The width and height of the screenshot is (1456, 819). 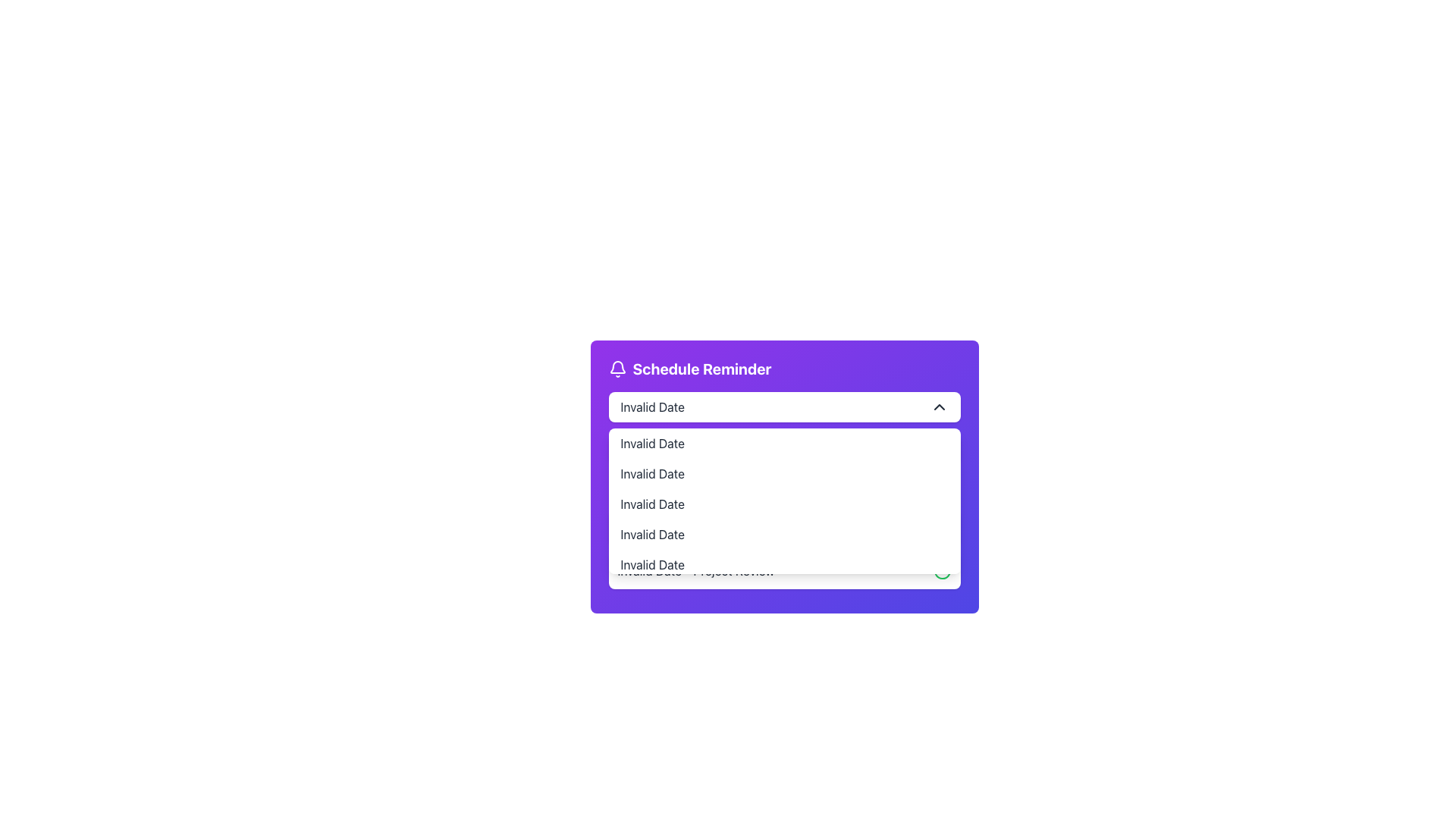 I want to click on the bell-shaped icon in the UI's header section, which is characterized by its rounded base and SVG vector paths, so click(x=617, y=367).